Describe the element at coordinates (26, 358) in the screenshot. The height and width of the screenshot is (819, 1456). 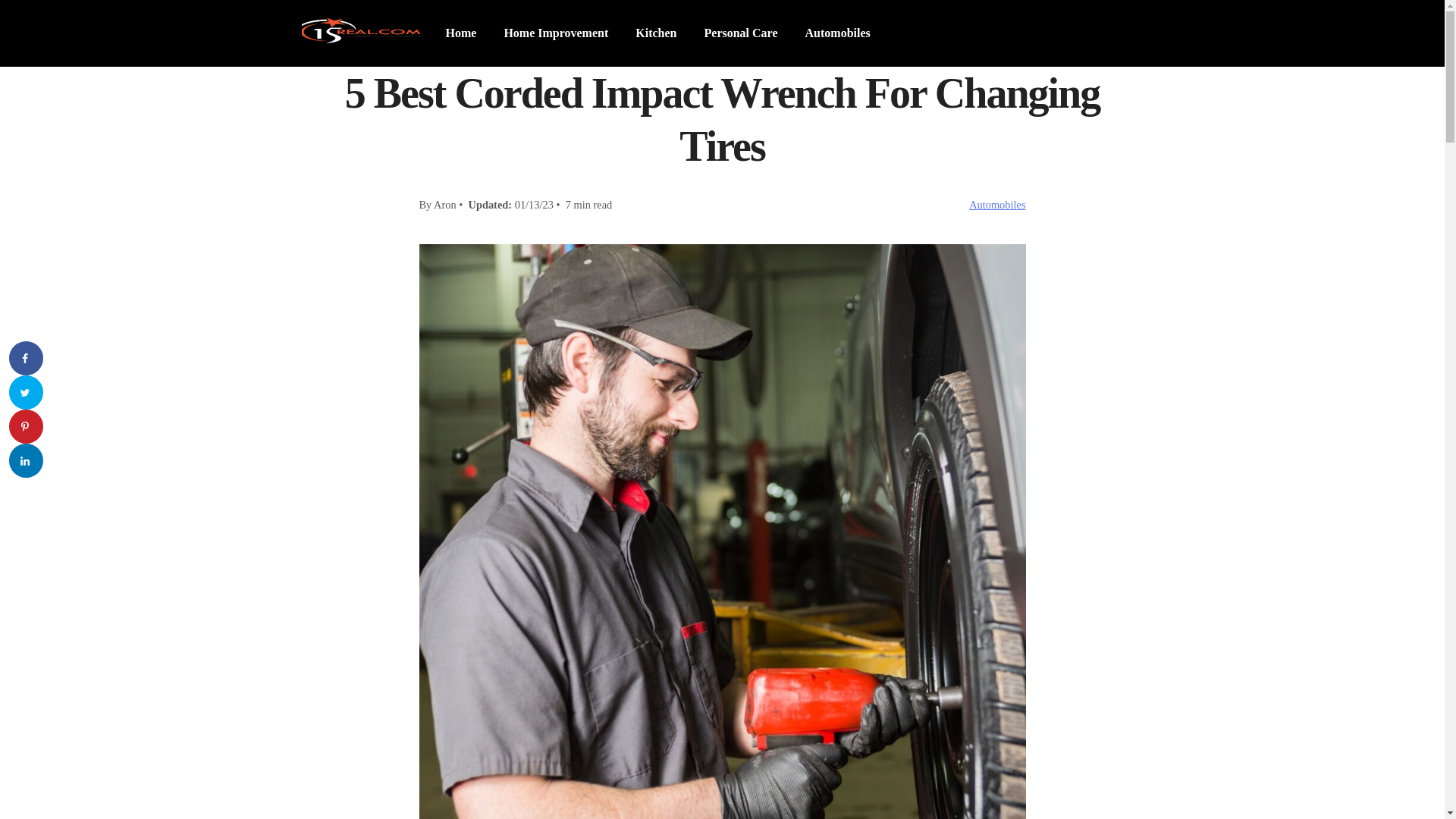
I see `'Share on Facebook'` at that location.